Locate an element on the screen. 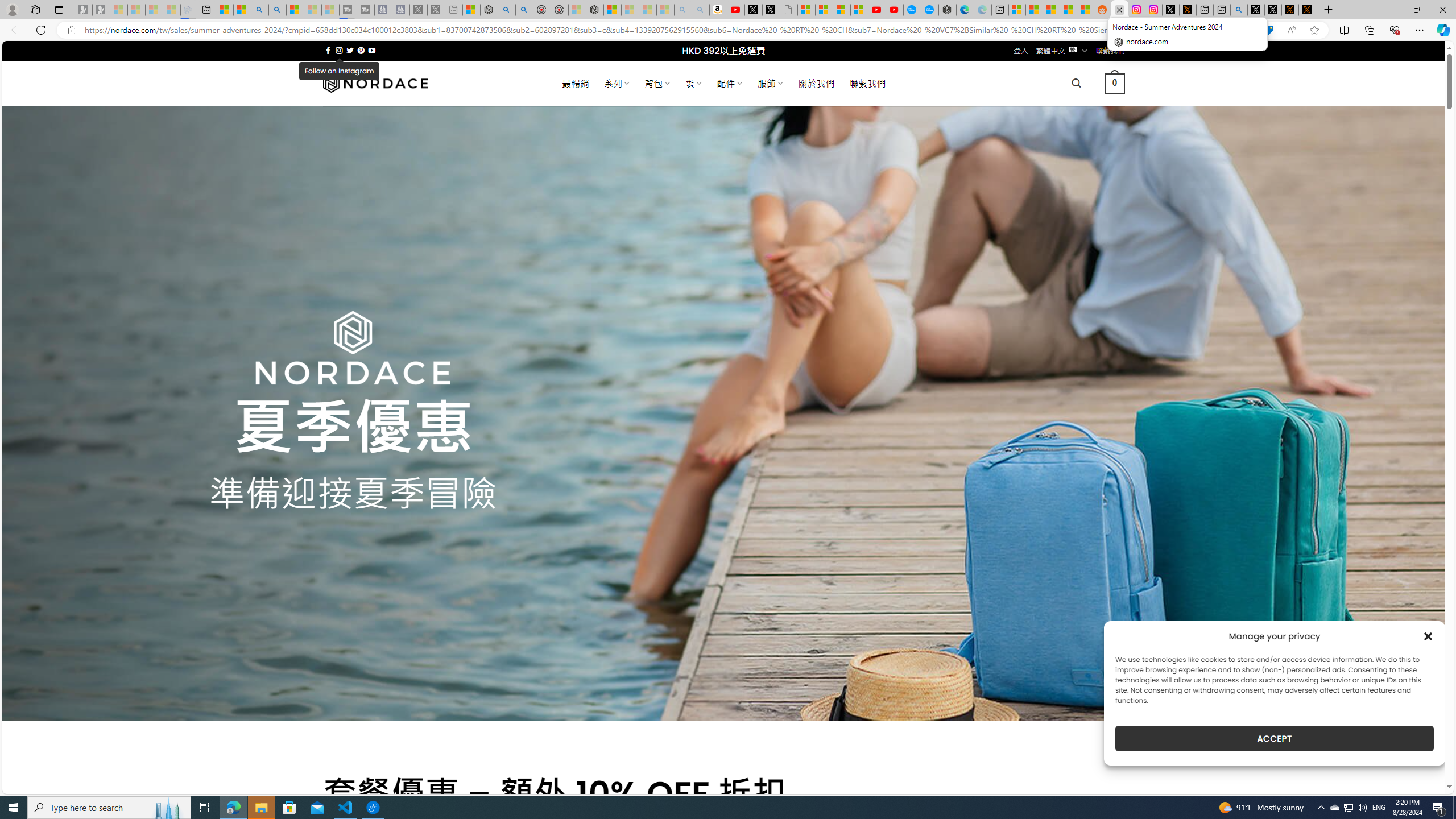 The width and height of the screenshot is (1456, 819). 'Browser essentials' is located at coordinates (1394, 29).